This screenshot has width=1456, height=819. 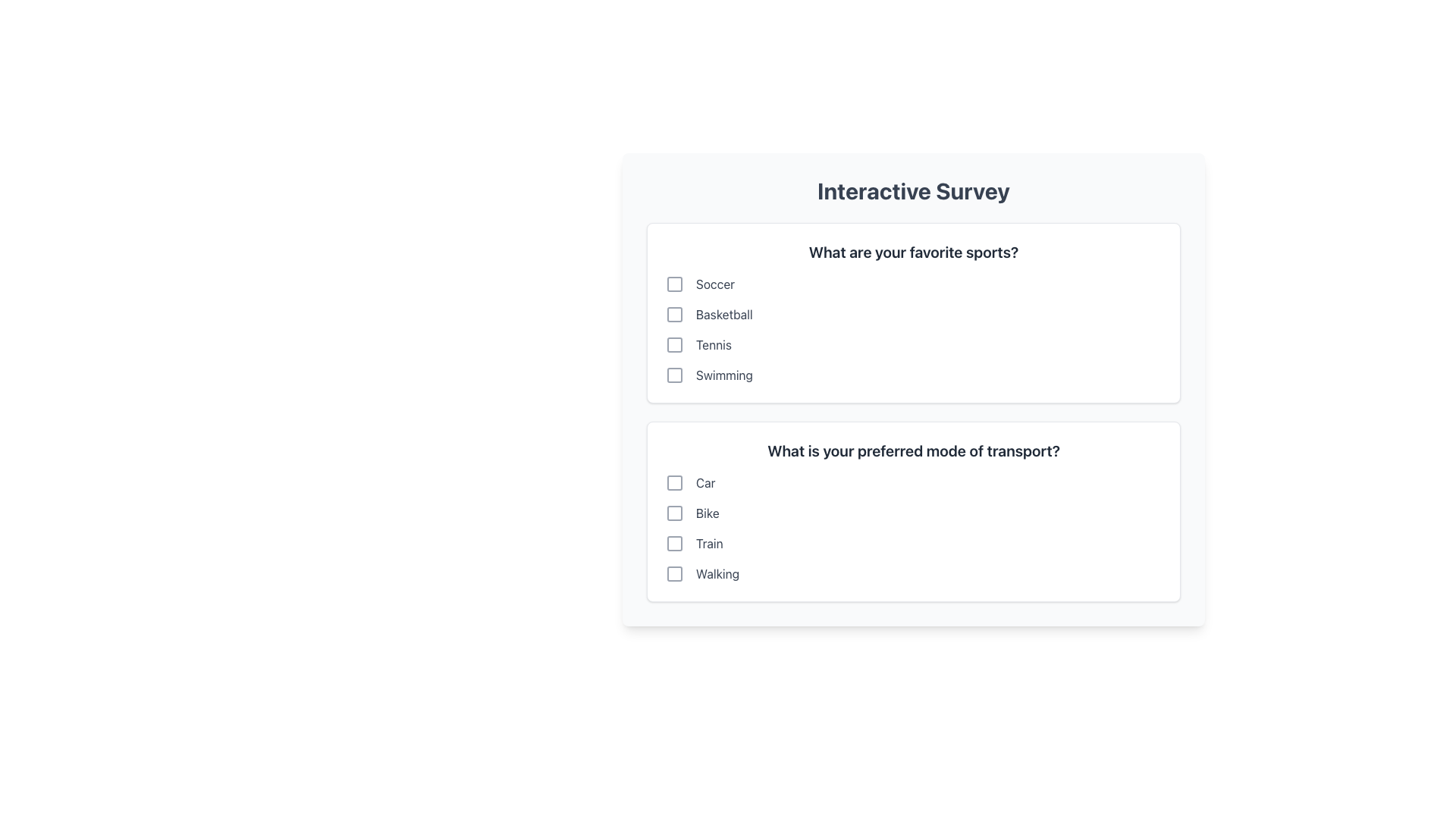 I want to click on the checkbox labeled 'Bike', so click(x=912, y=513).